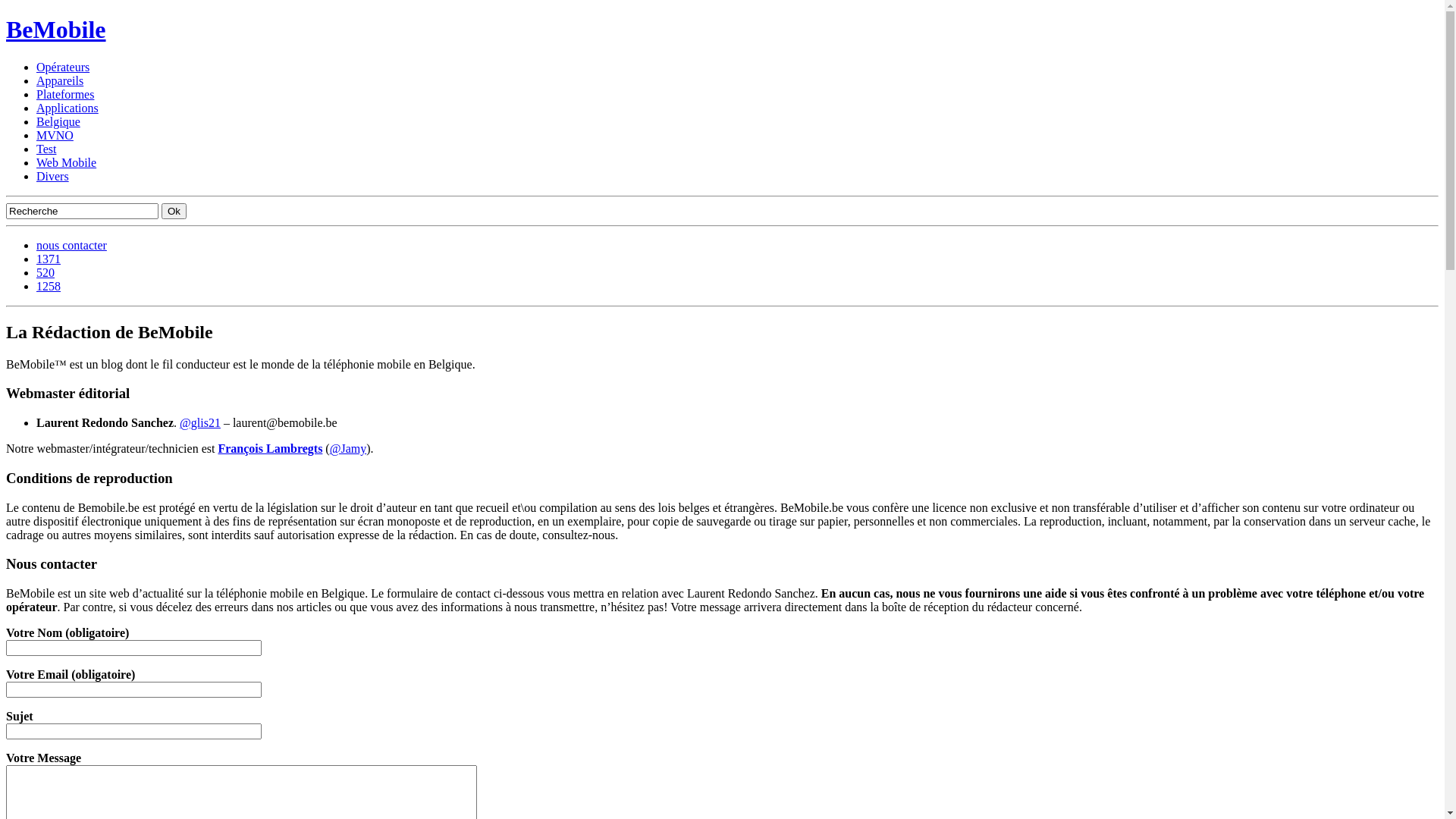  What do you see at coordinates (174, 211) in the screenshot?
I see `'Ok'` at bounding box center [174, 211].